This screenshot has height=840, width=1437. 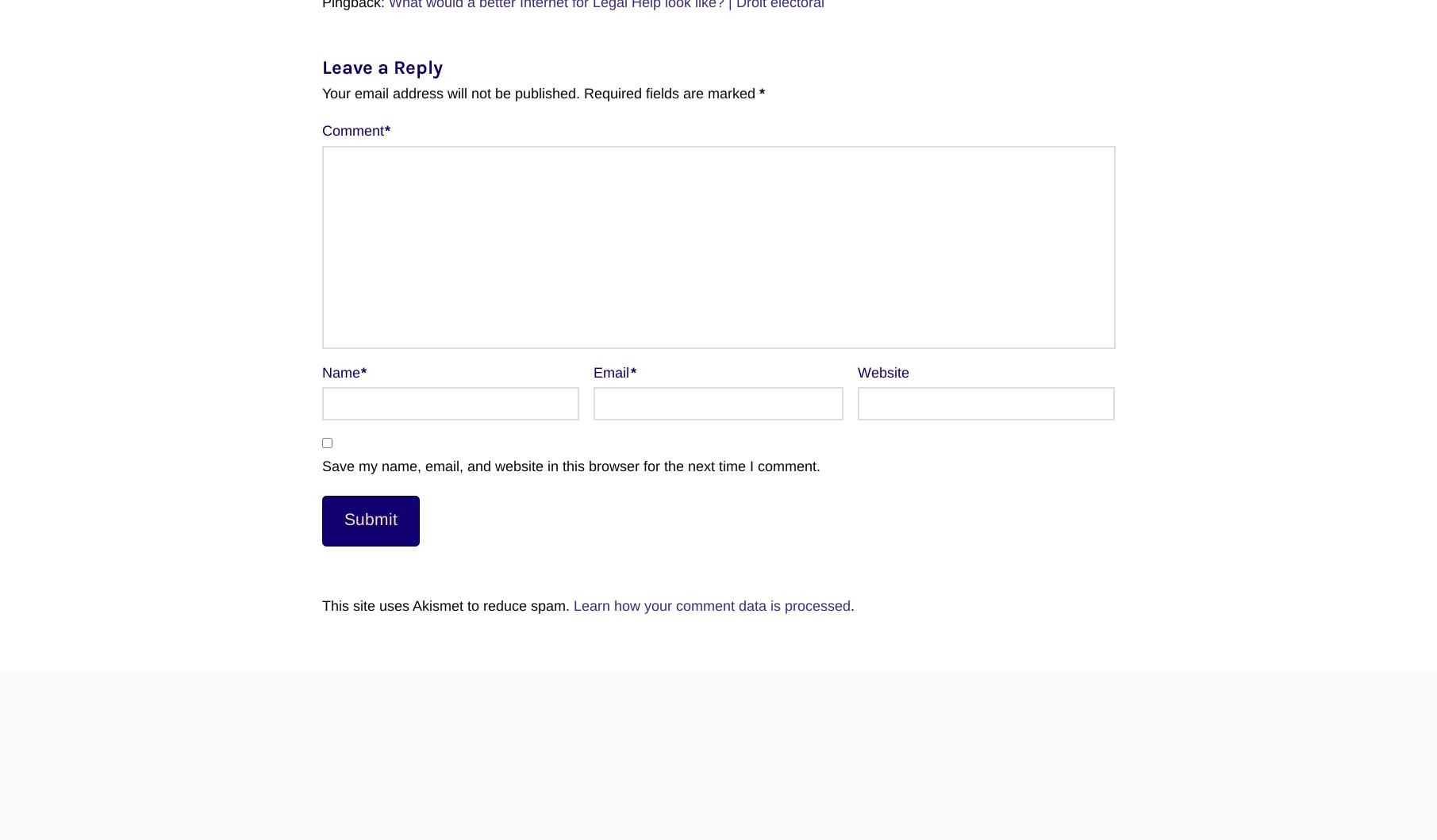 I want to click on 'Email', so click(x=612, y=372).